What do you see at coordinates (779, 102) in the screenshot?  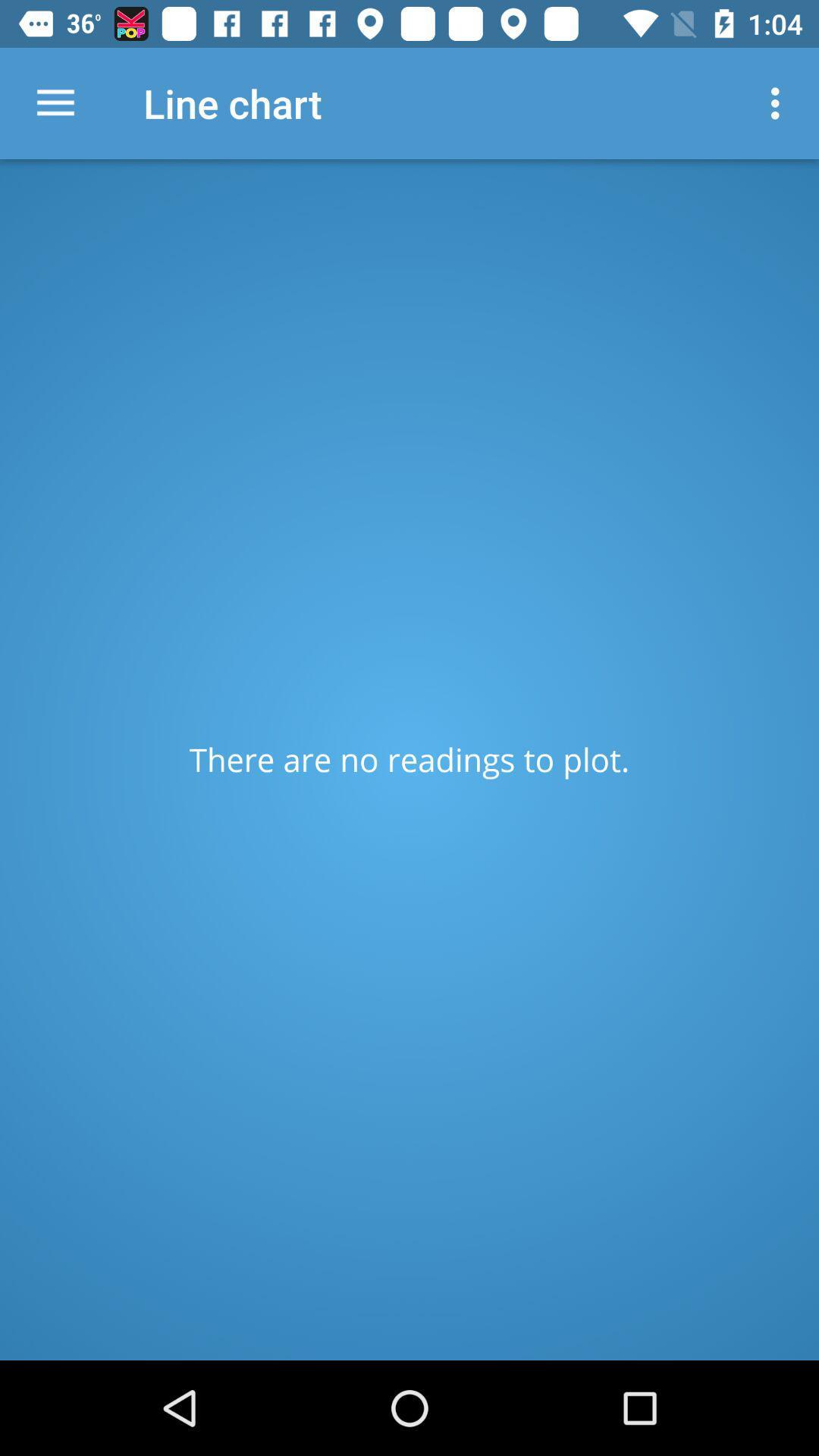 I see `the item next to the line chart` at bounding box center [779, 102].